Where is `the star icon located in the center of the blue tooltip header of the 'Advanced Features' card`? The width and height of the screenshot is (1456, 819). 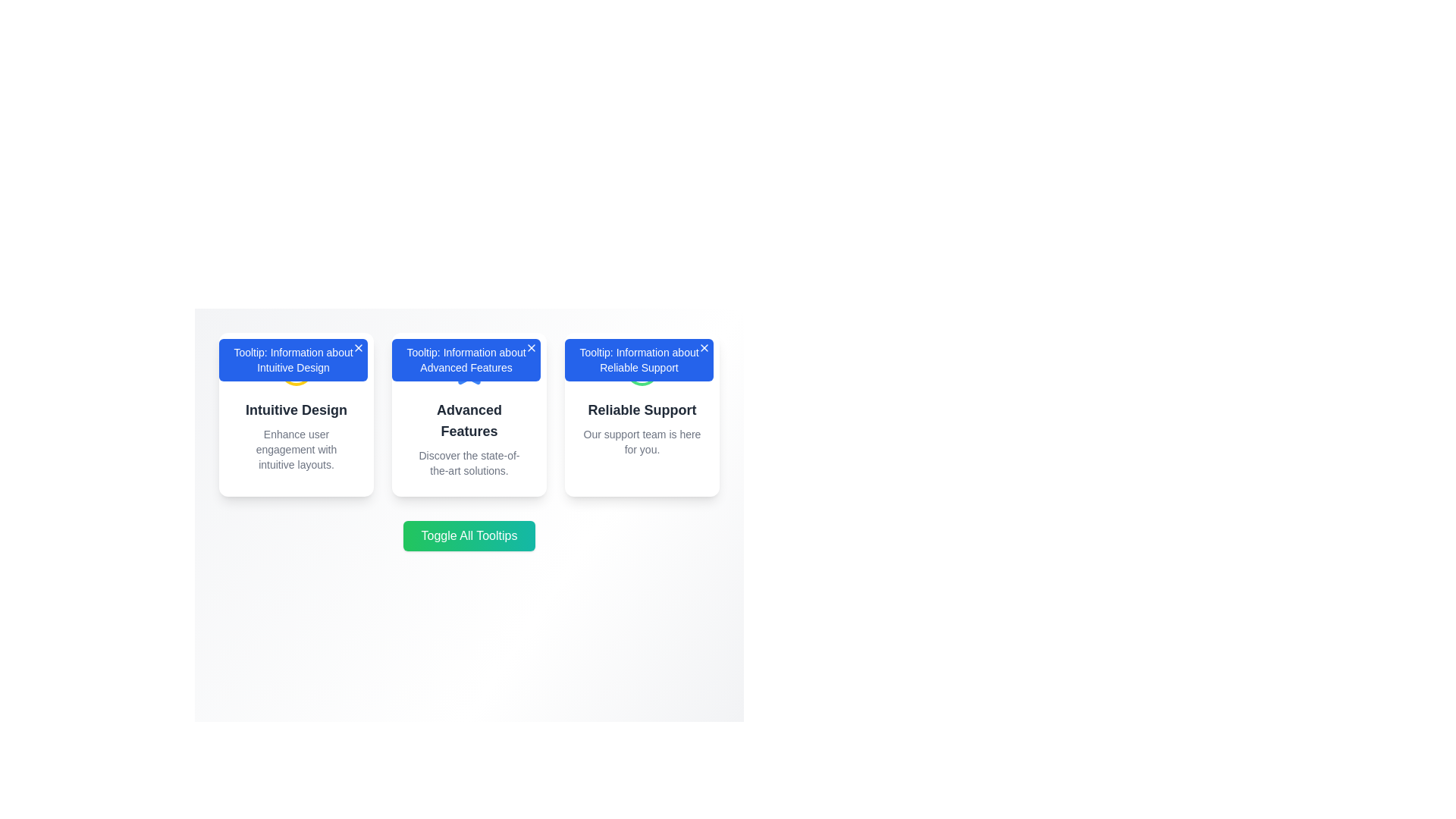
the star icon located in the center of the blue tooltip header of the 'Advanced Features' card is located at coordinates (469, 369).